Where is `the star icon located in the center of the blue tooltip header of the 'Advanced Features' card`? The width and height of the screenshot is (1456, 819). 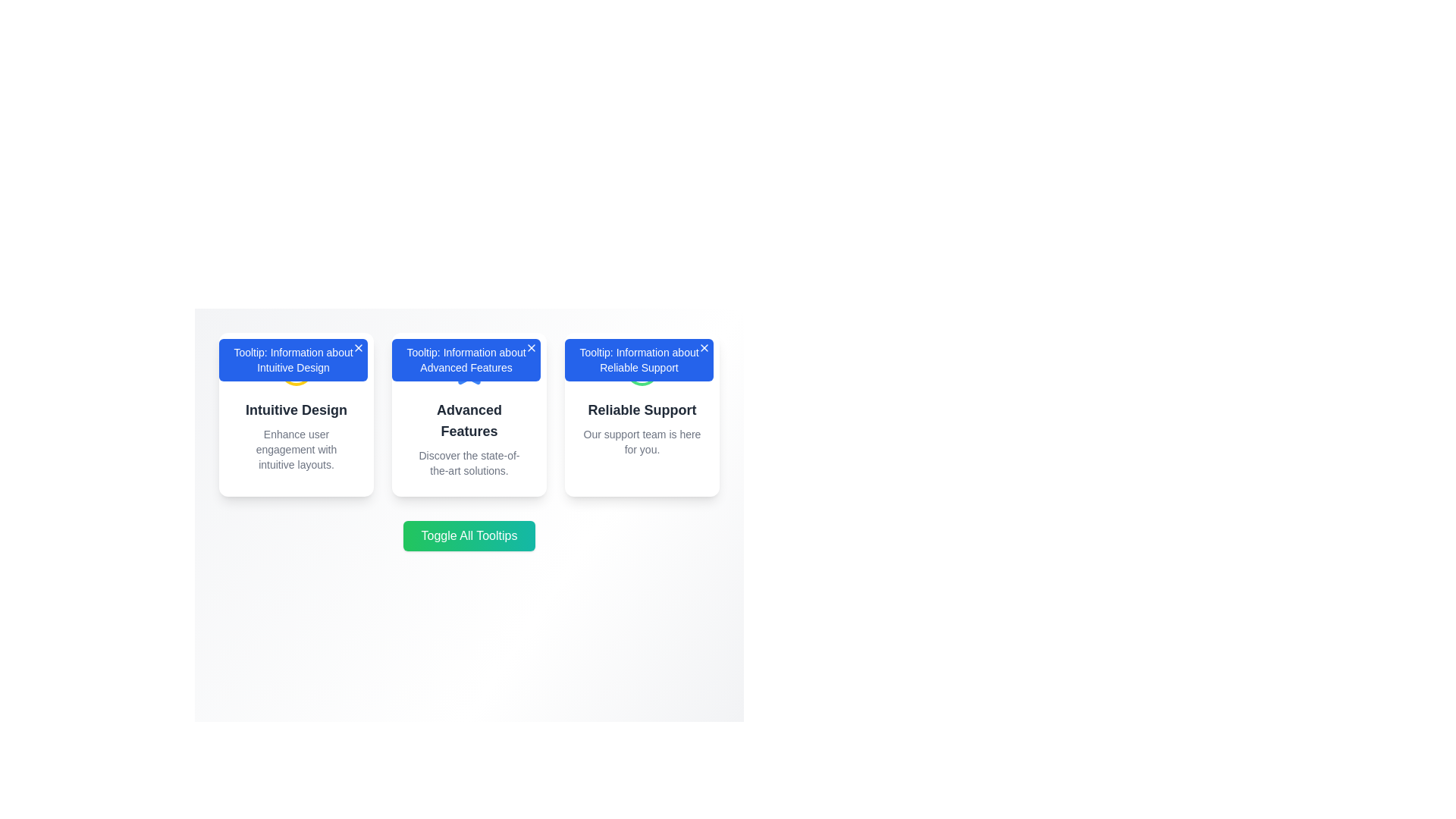
the star icon located in the center of the blue tooltip header of the 'Advanced Features' card is located at coordinates (469, 369).